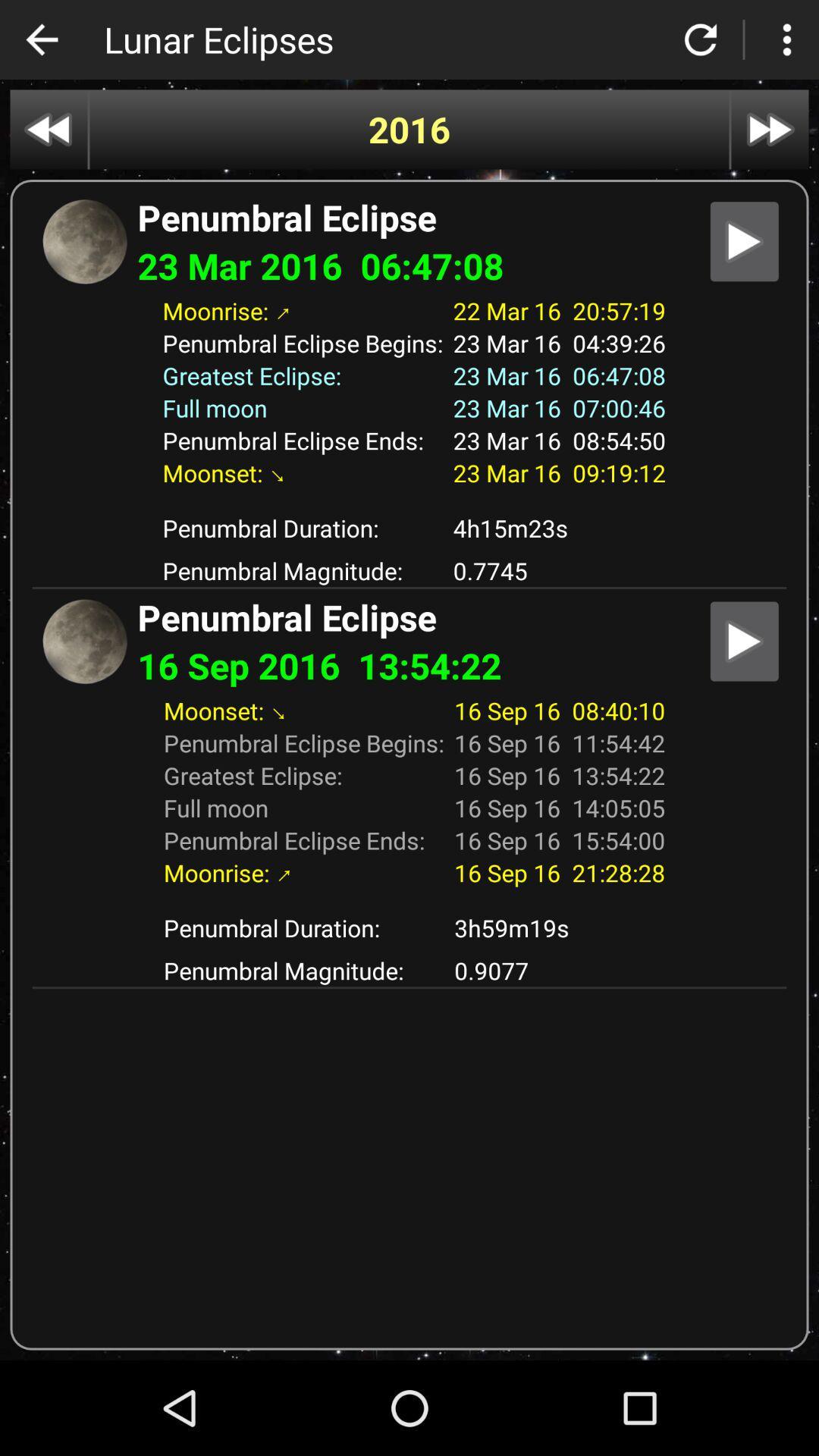 Image resolution: width=819 pixels, height=1456 pixels. I want to click on check next year, so click(770, 130).